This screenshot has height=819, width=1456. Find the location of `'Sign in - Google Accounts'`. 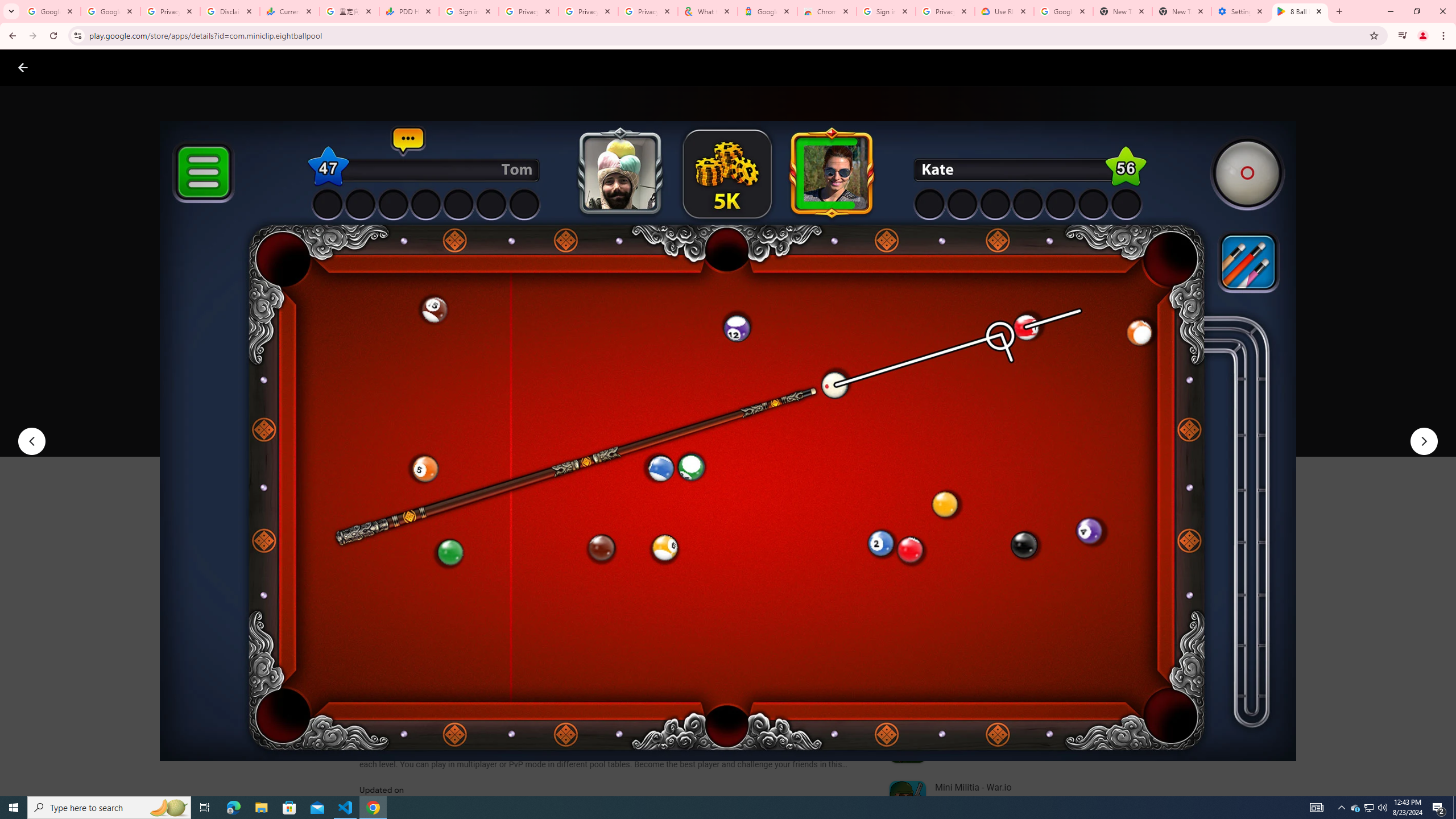

'Sign in - Google Accounts' is located at coordinates (468, 11).